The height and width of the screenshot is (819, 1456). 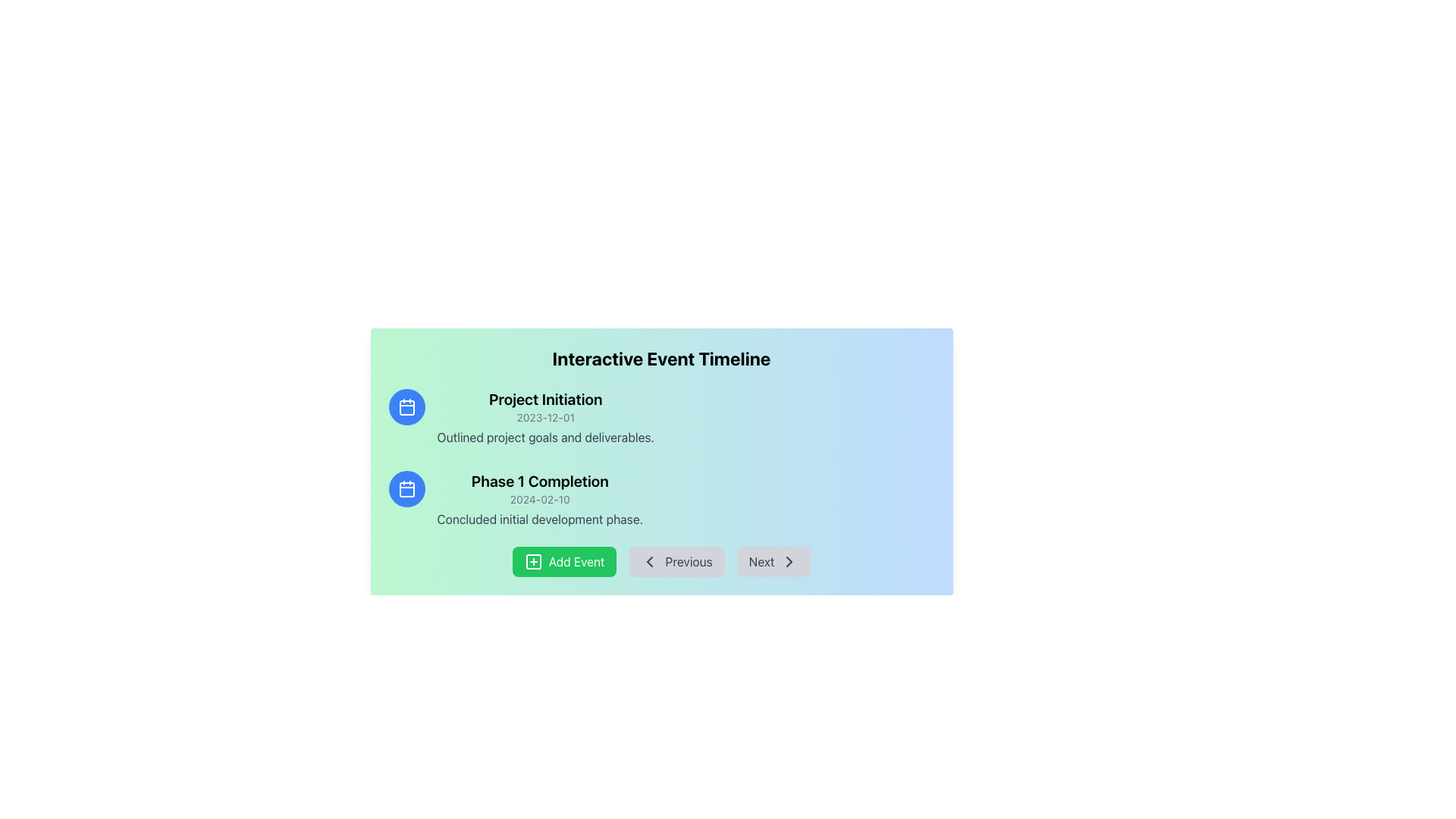 What do you see at coordinates (540, 500) in the screenshot?
I see `the timestamp text label that indicates the date associated with the event, located below 'Phase 1 Completion' and above 'Concluded initial development phase'` at bounding box center [540, 500].